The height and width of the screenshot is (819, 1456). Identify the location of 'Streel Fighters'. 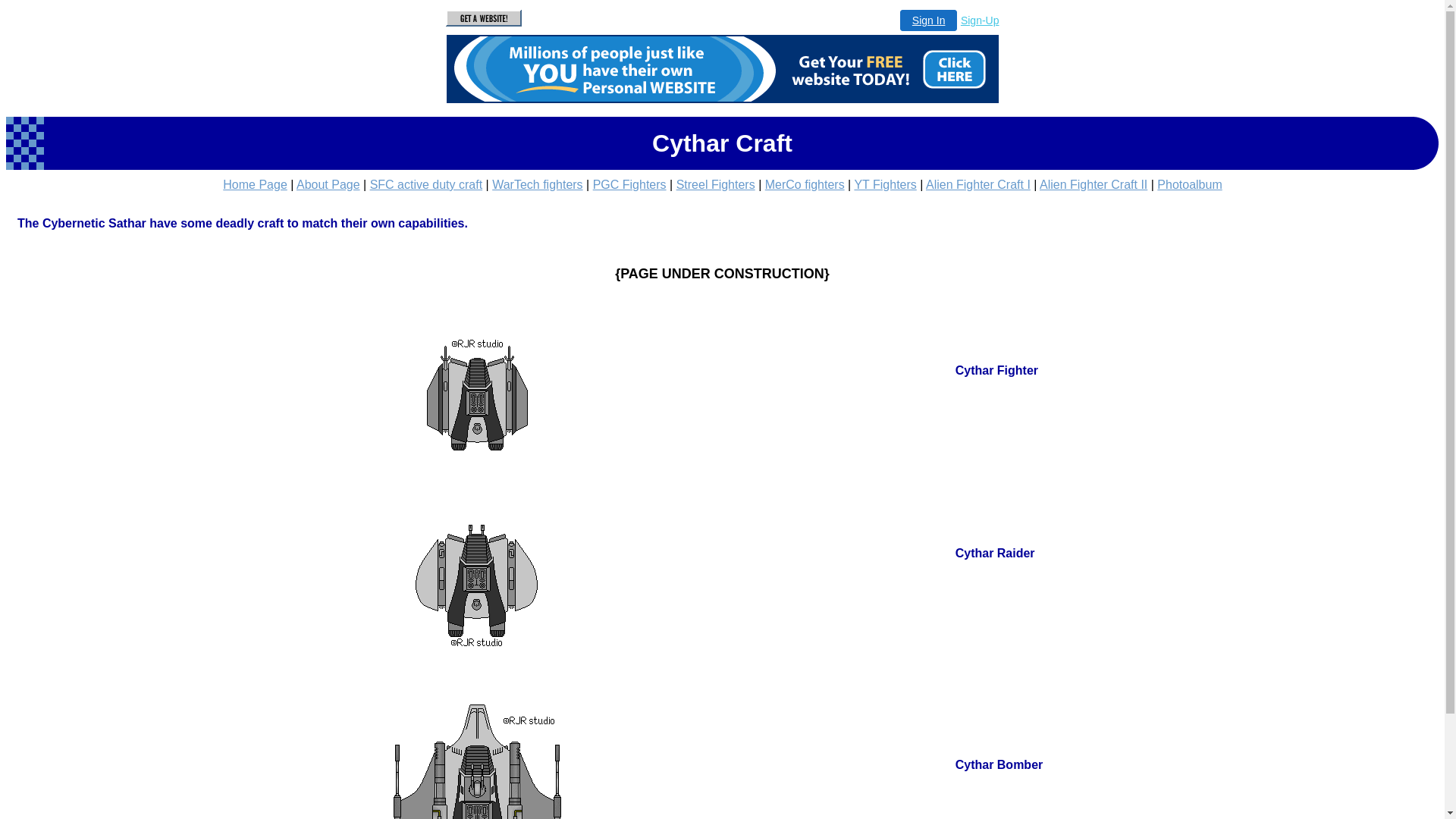
(715, 184).